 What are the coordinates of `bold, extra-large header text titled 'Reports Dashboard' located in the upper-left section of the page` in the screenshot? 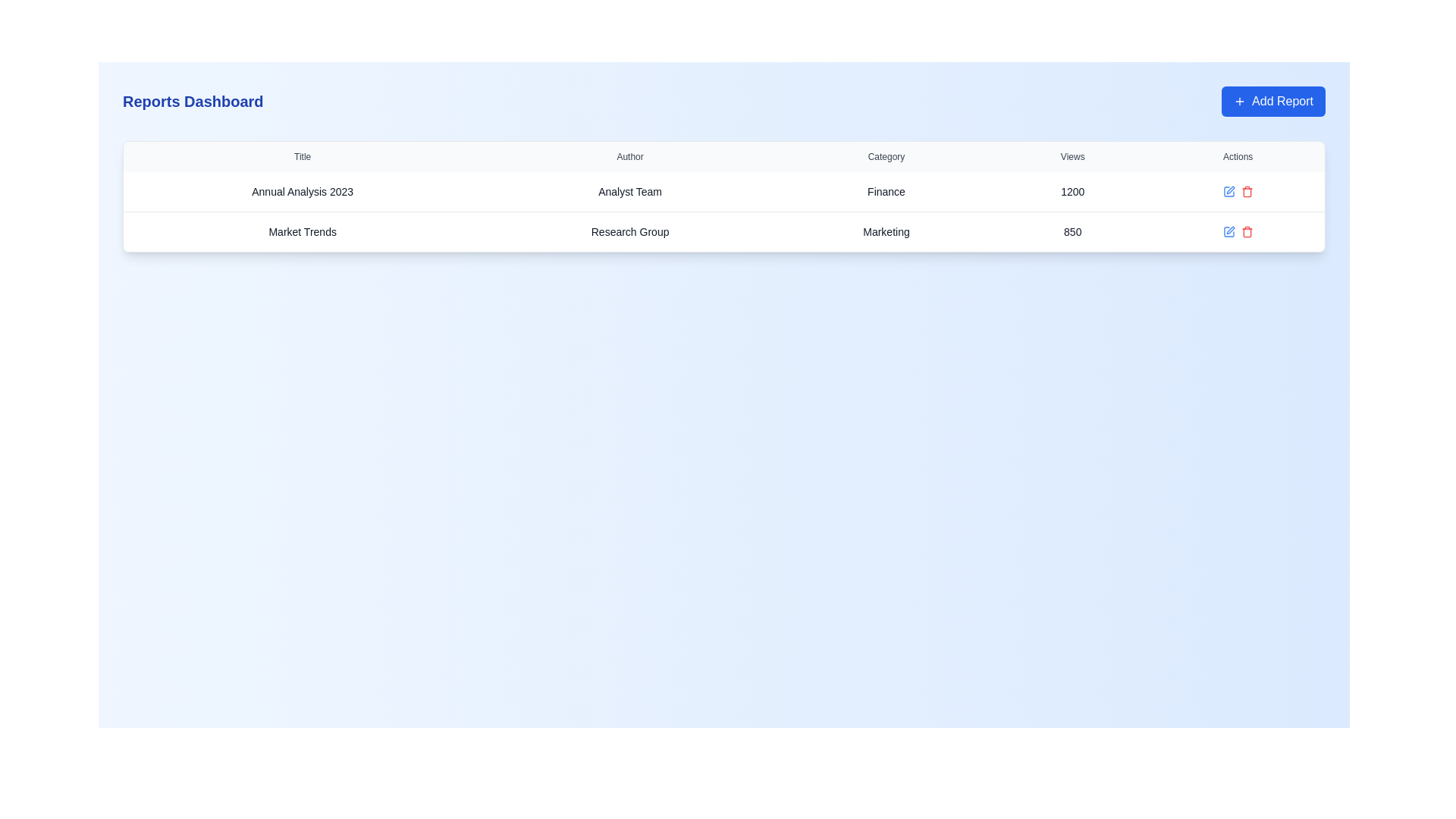 It's located at (192, 102).